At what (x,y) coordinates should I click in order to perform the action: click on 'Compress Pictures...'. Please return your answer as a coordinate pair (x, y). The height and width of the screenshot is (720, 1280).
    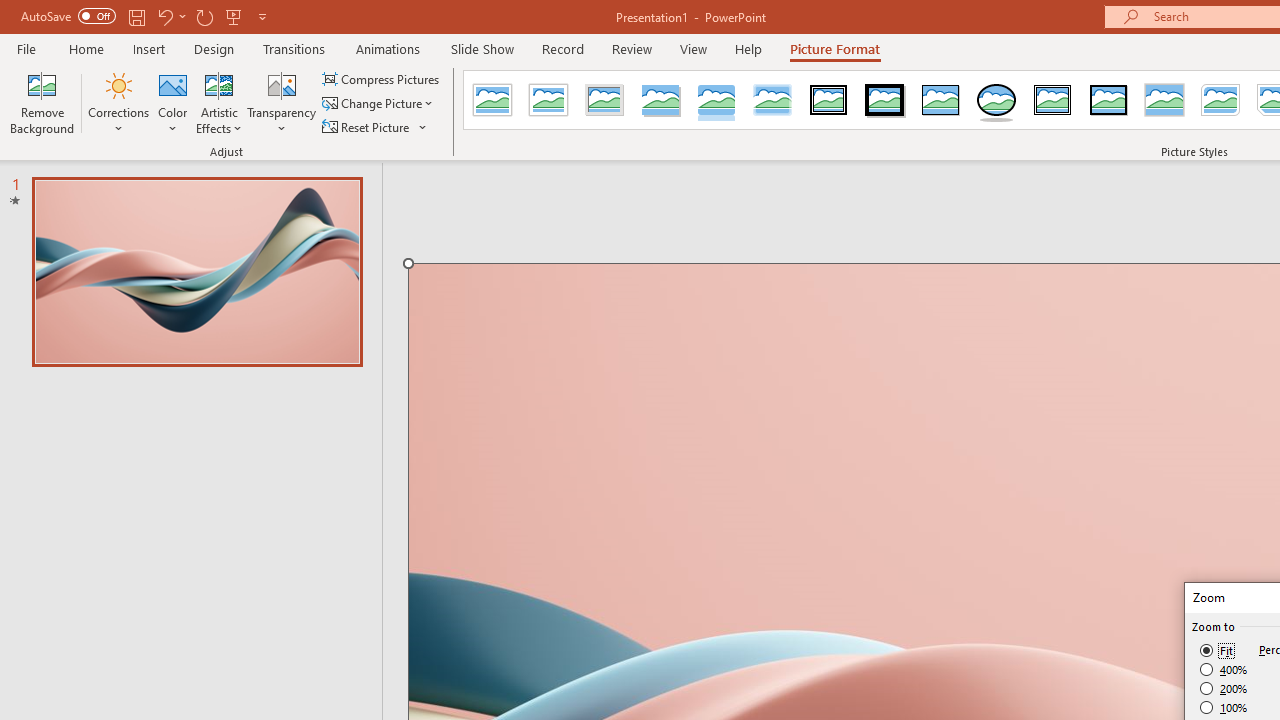
    Looking at the image, I should click on (382, 78).